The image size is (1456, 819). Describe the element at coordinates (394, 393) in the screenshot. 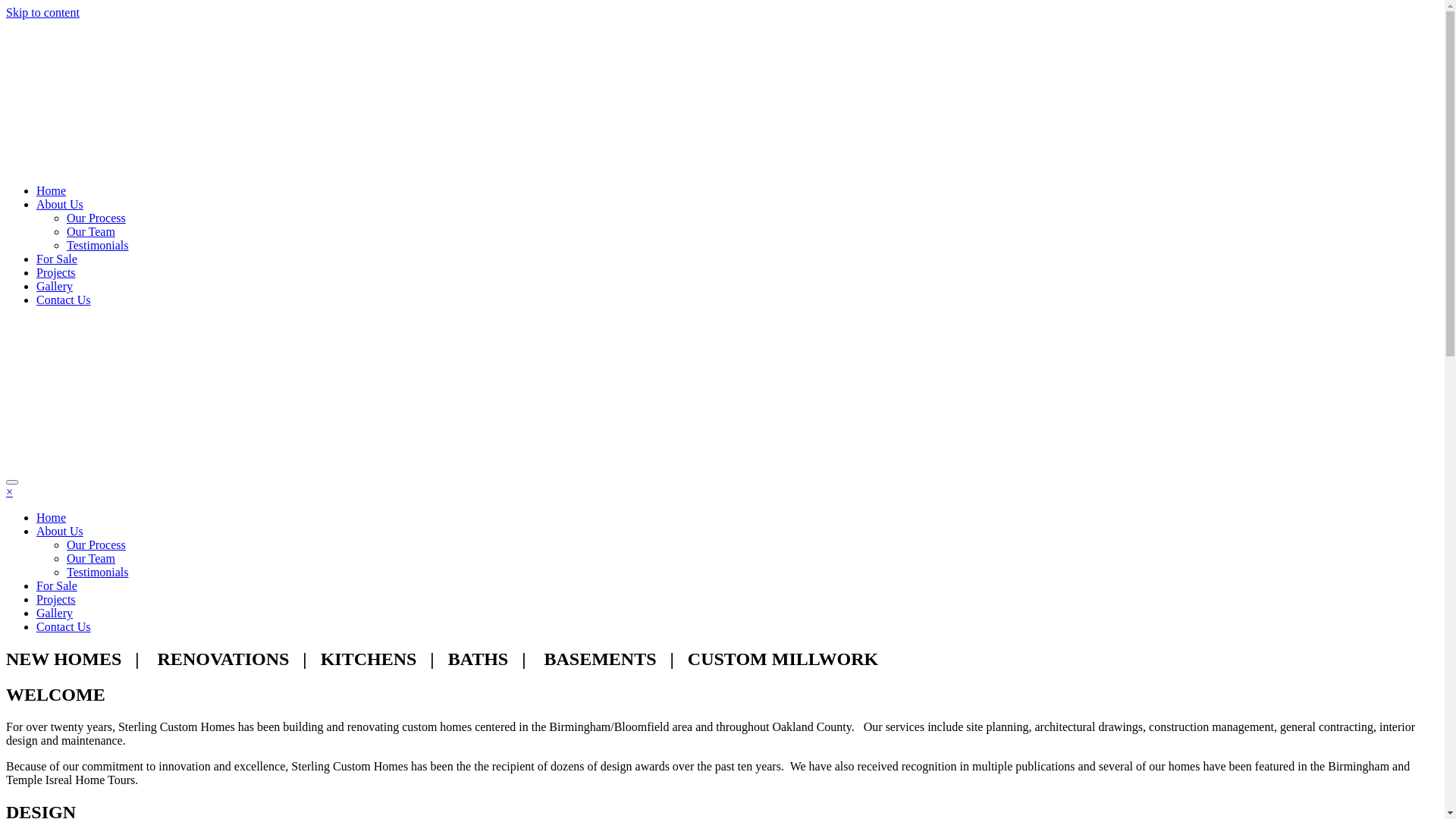

I see `'Logo-for-Embroidery-nobg'` at that location.